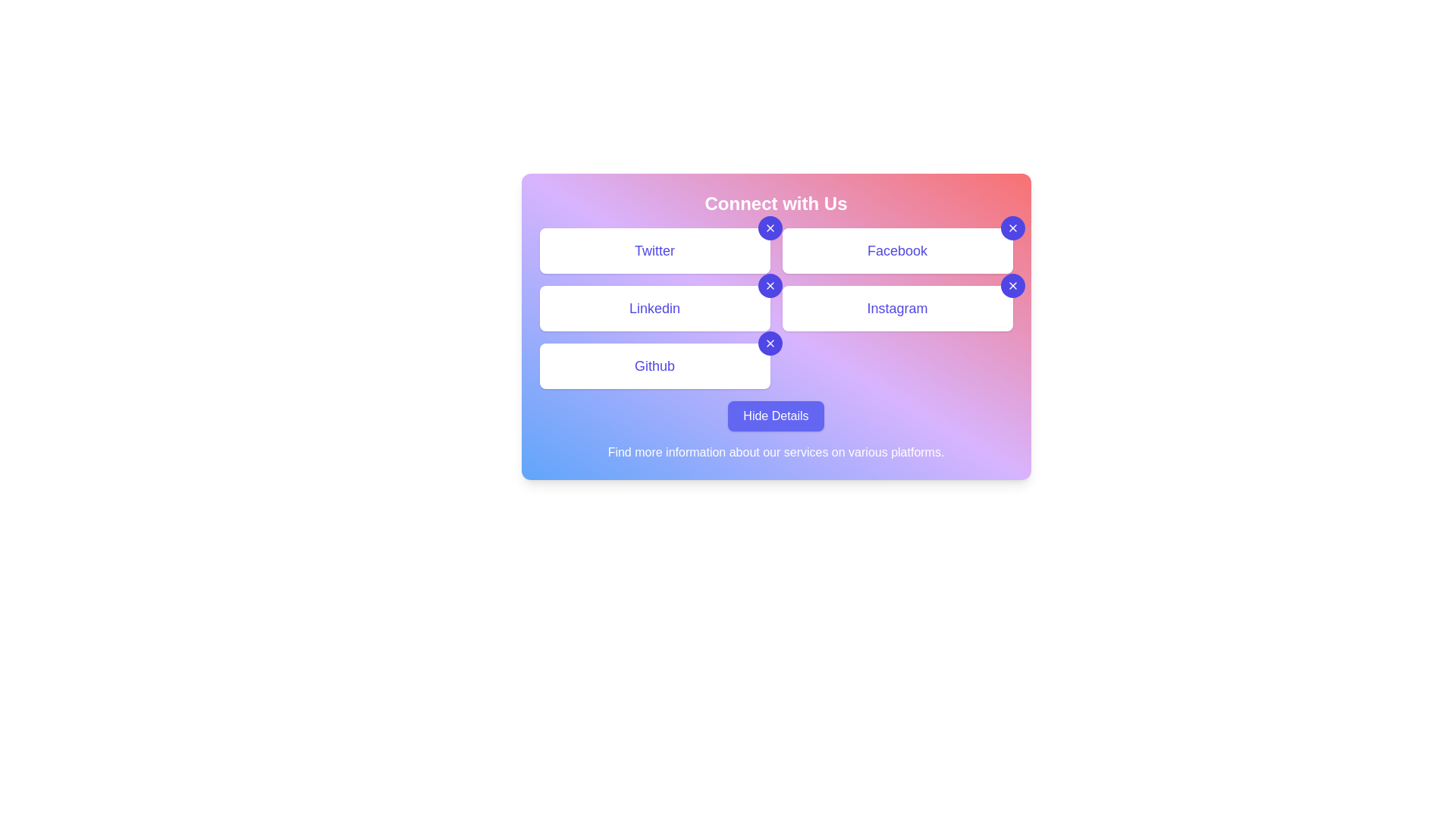  I want to click on the informational text block located directly below the 'Hide Details' button in the 'Connect with Us' section, so click(776, 452).